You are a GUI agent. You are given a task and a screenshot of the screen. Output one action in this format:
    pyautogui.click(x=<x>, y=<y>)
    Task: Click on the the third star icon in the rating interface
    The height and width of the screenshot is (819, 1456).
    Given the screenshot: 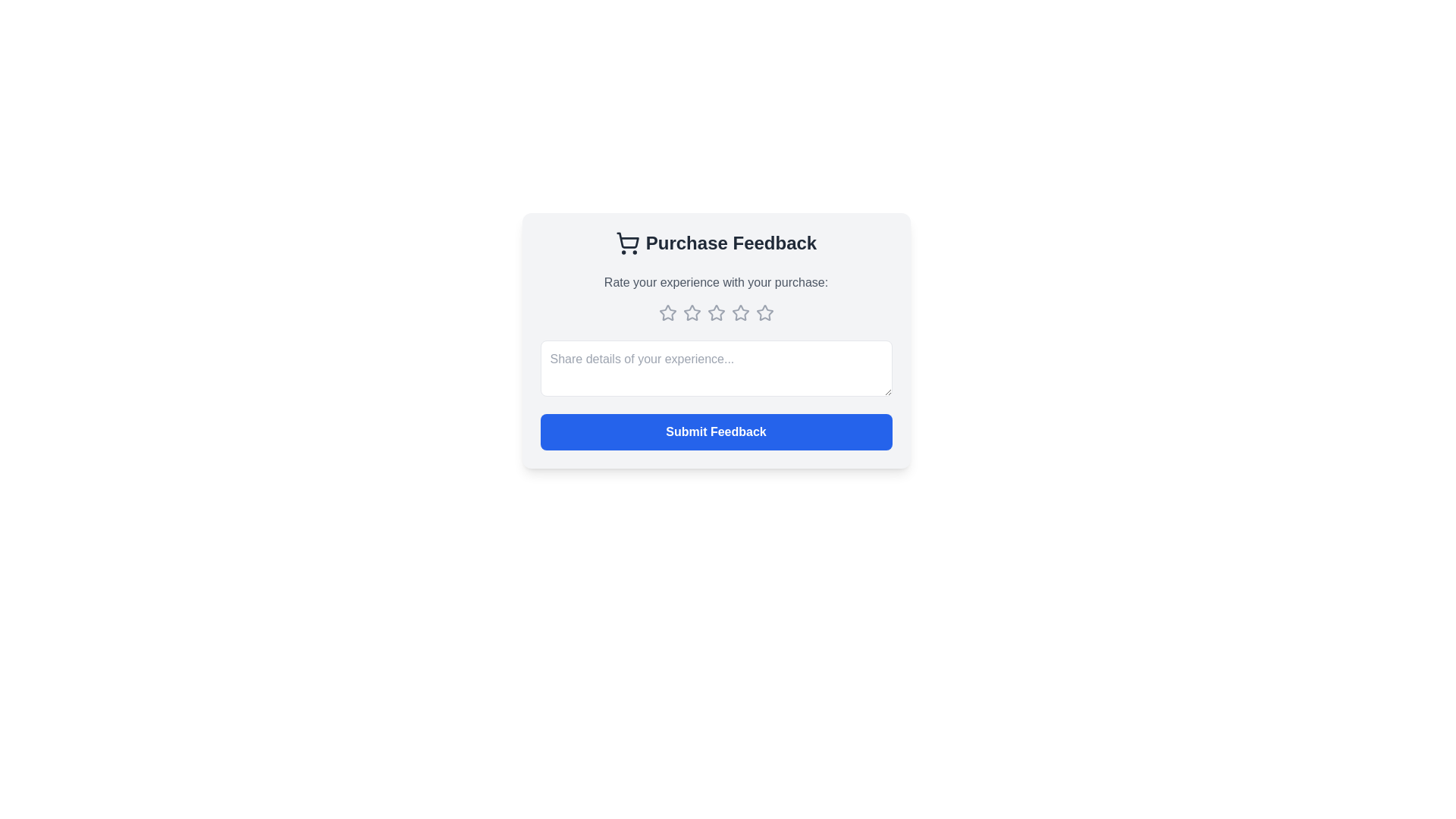 What is the action you would take?
    pyautogui.click(x=715, y=312)
    